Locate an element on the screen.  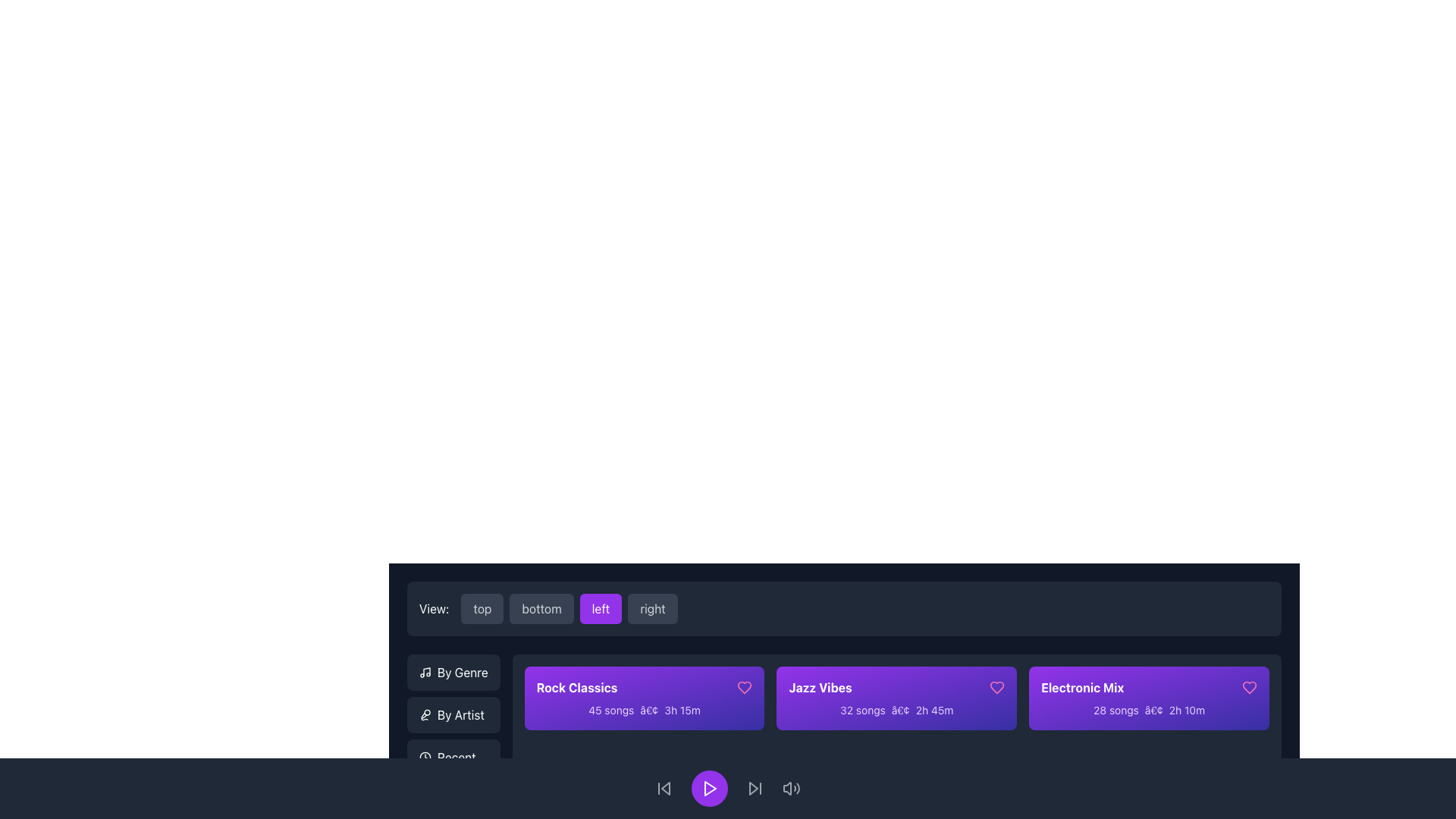
the icon button resembling a backward arrow located in the bottom control bar to skip to the previous track is located at coordinates (664, 788).